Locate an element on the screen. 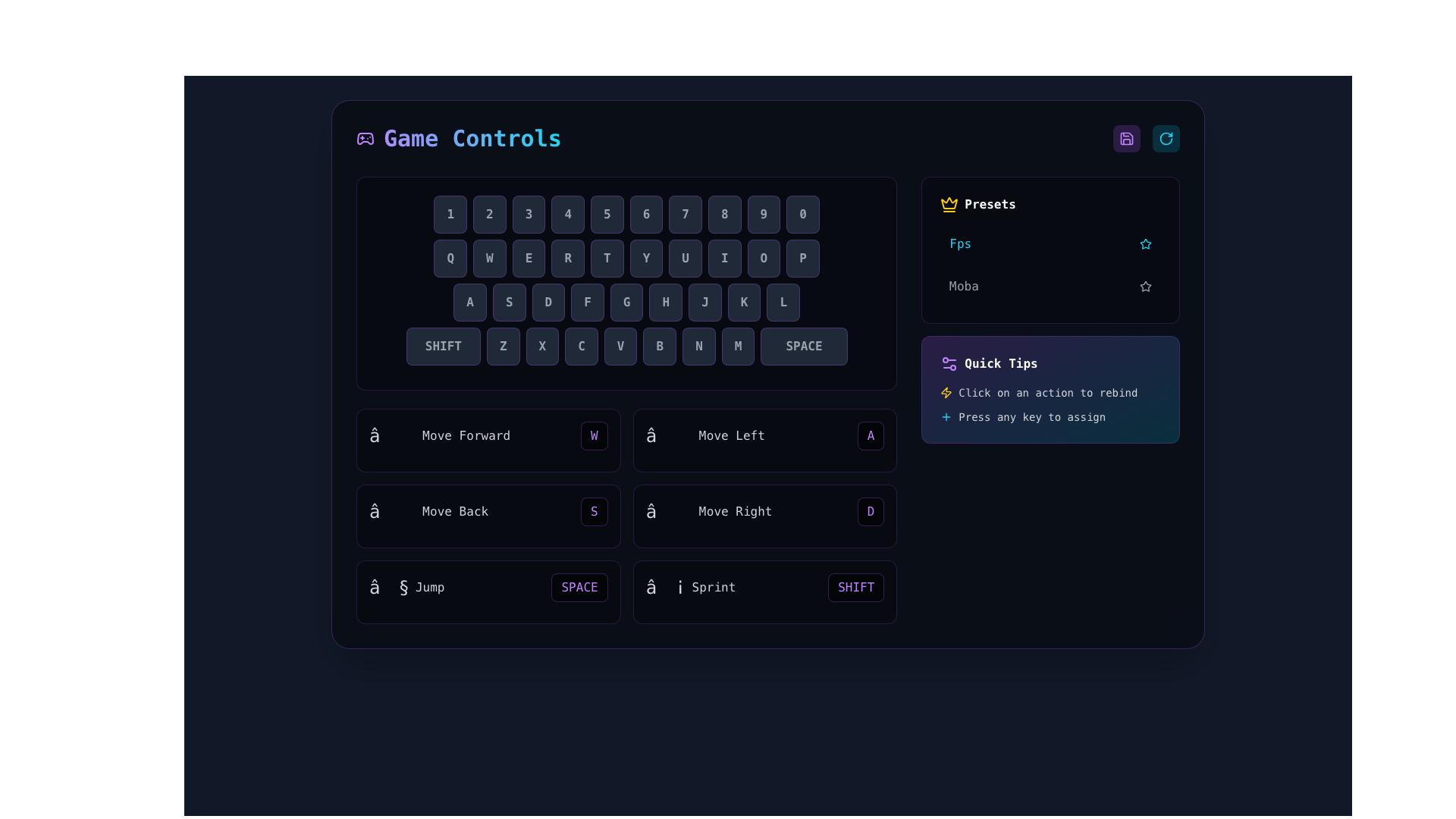  the Text and icon label consisting of the '⚡' icon and the text 'Sprint' located to the left of the 'SHIFT' button in the lower section of the keyboard input diagram is located at coordinates (690, 587).